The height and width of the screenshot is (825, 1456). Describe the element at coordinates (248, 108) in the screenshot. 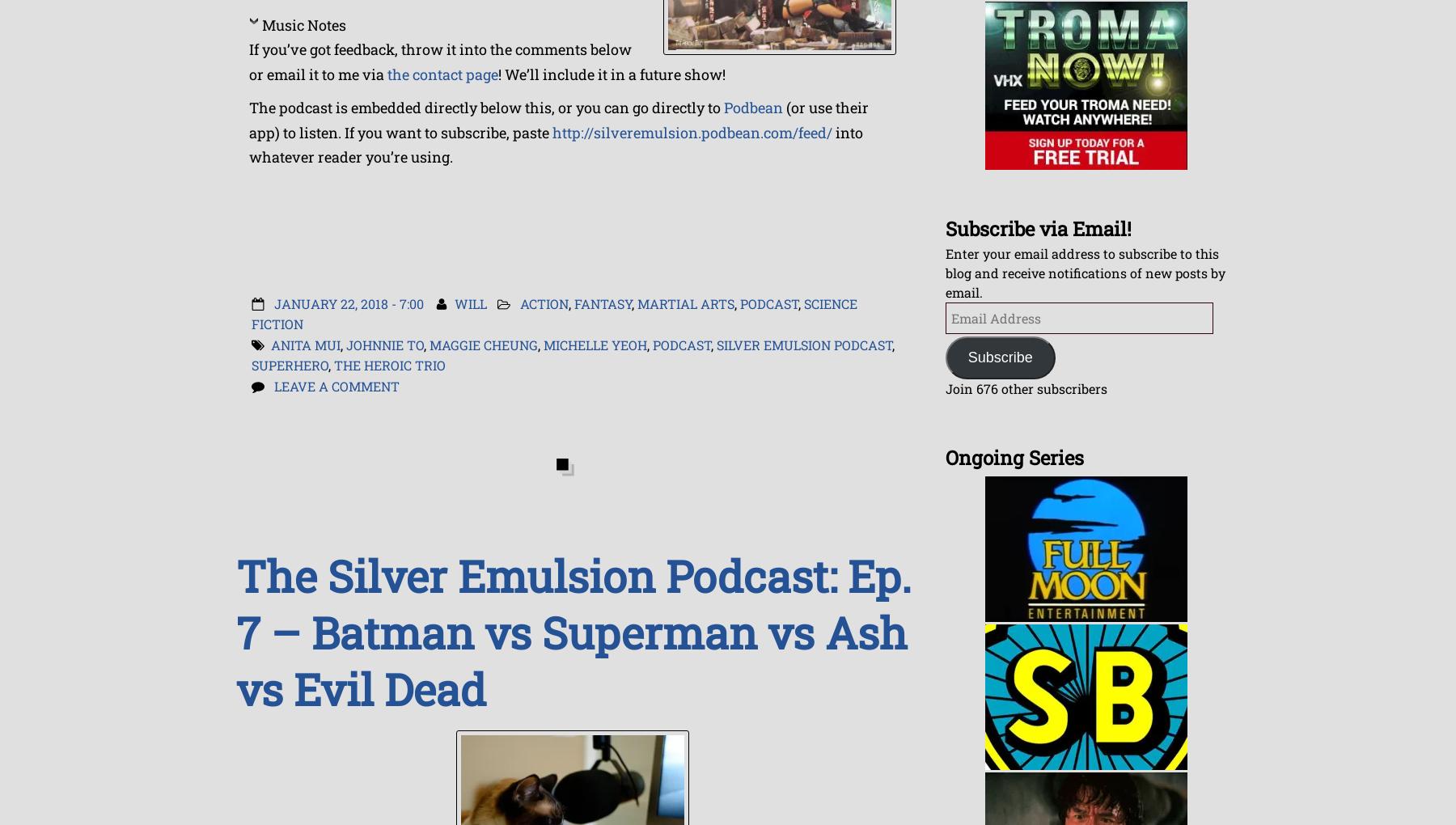

I see `'The podcast is embedded directly below this, or you can go directly to'` at that location.